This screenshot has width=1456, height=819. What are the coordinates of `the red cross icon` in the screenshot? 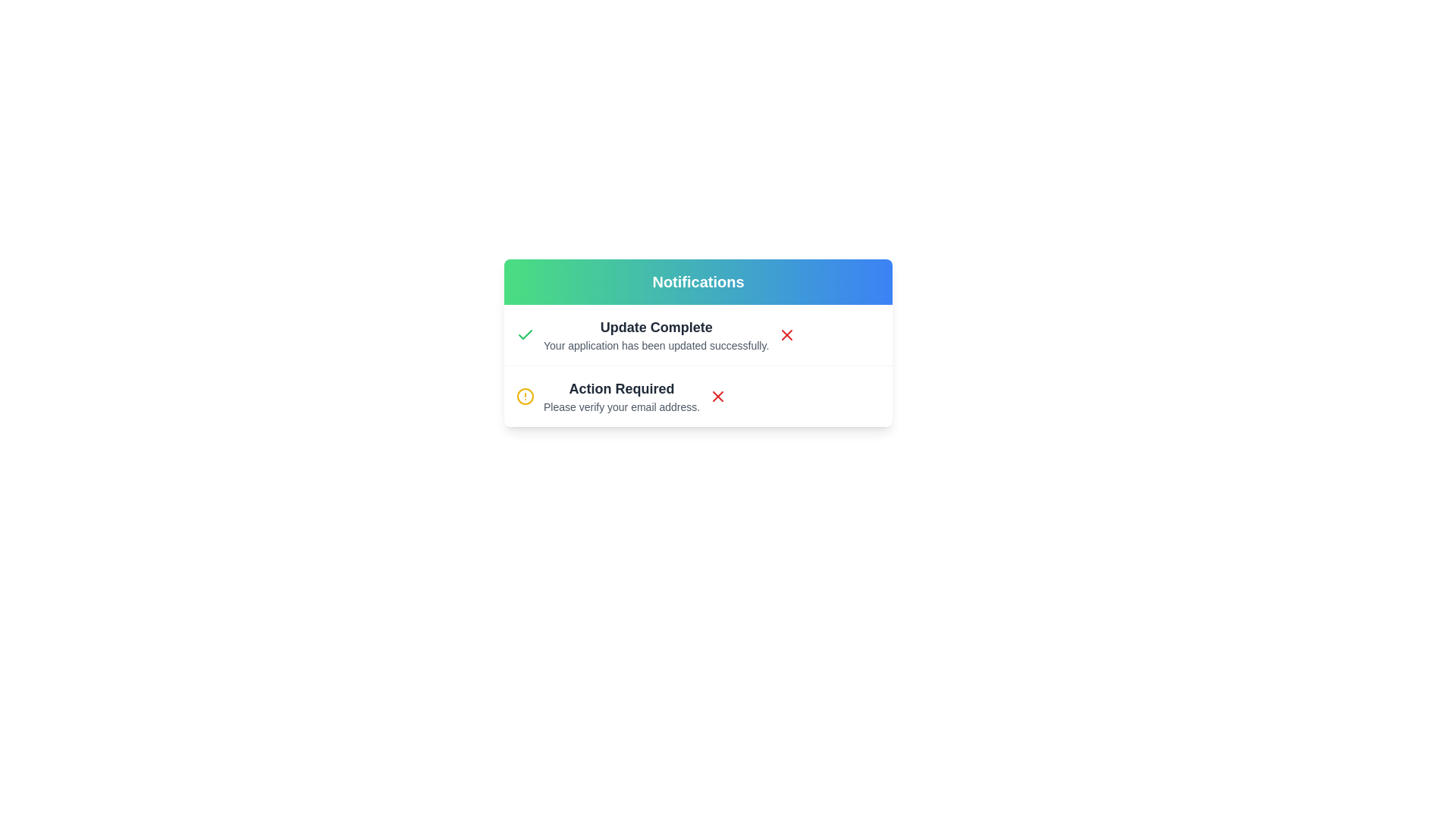 It's located at (786, 334).